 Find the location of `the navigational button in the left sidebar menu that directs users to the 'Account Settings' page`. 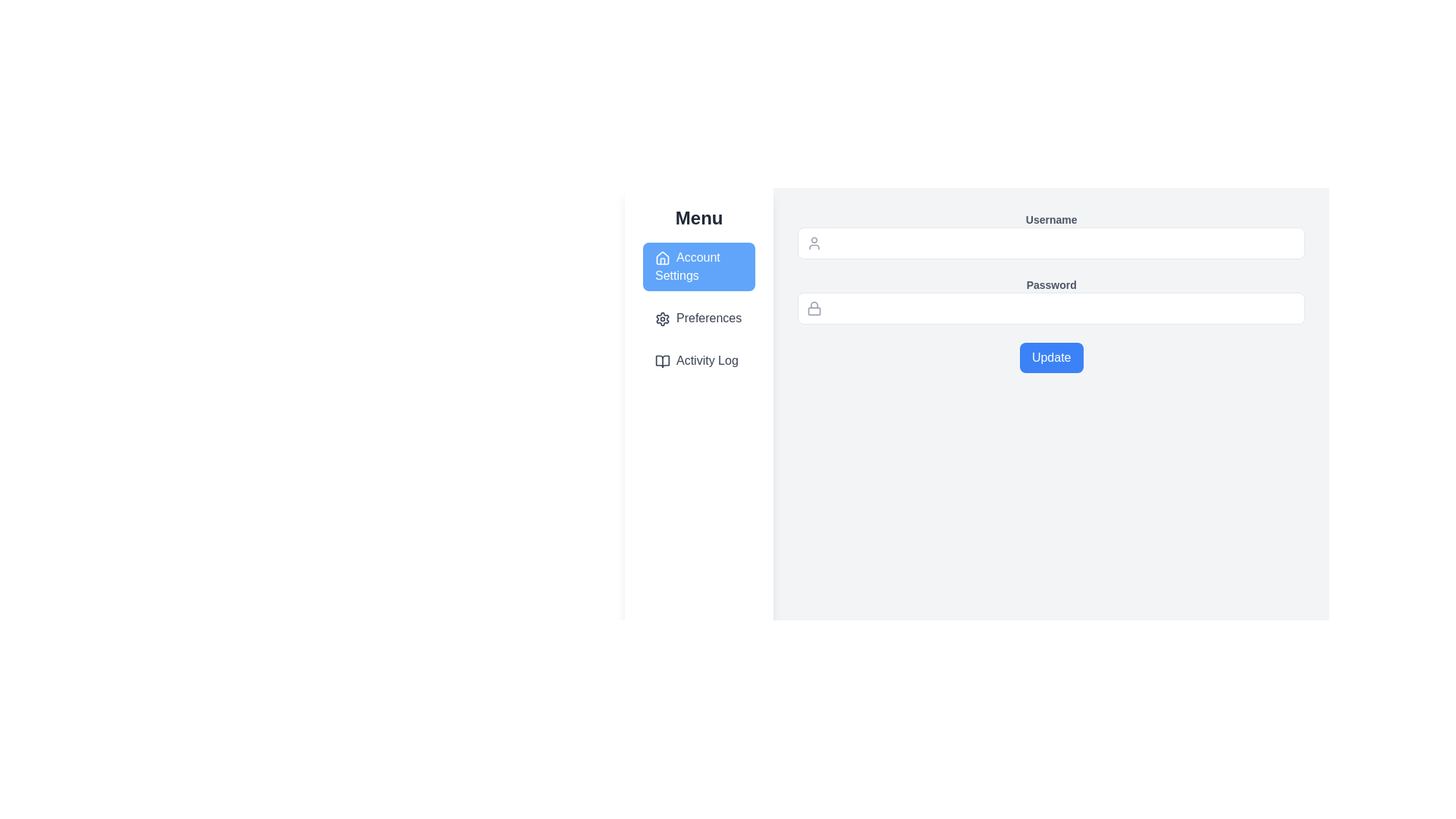

the navigational button in the left sidebar menu that directs users to the 'Account Settings' page is located at coordinates (698, 265).